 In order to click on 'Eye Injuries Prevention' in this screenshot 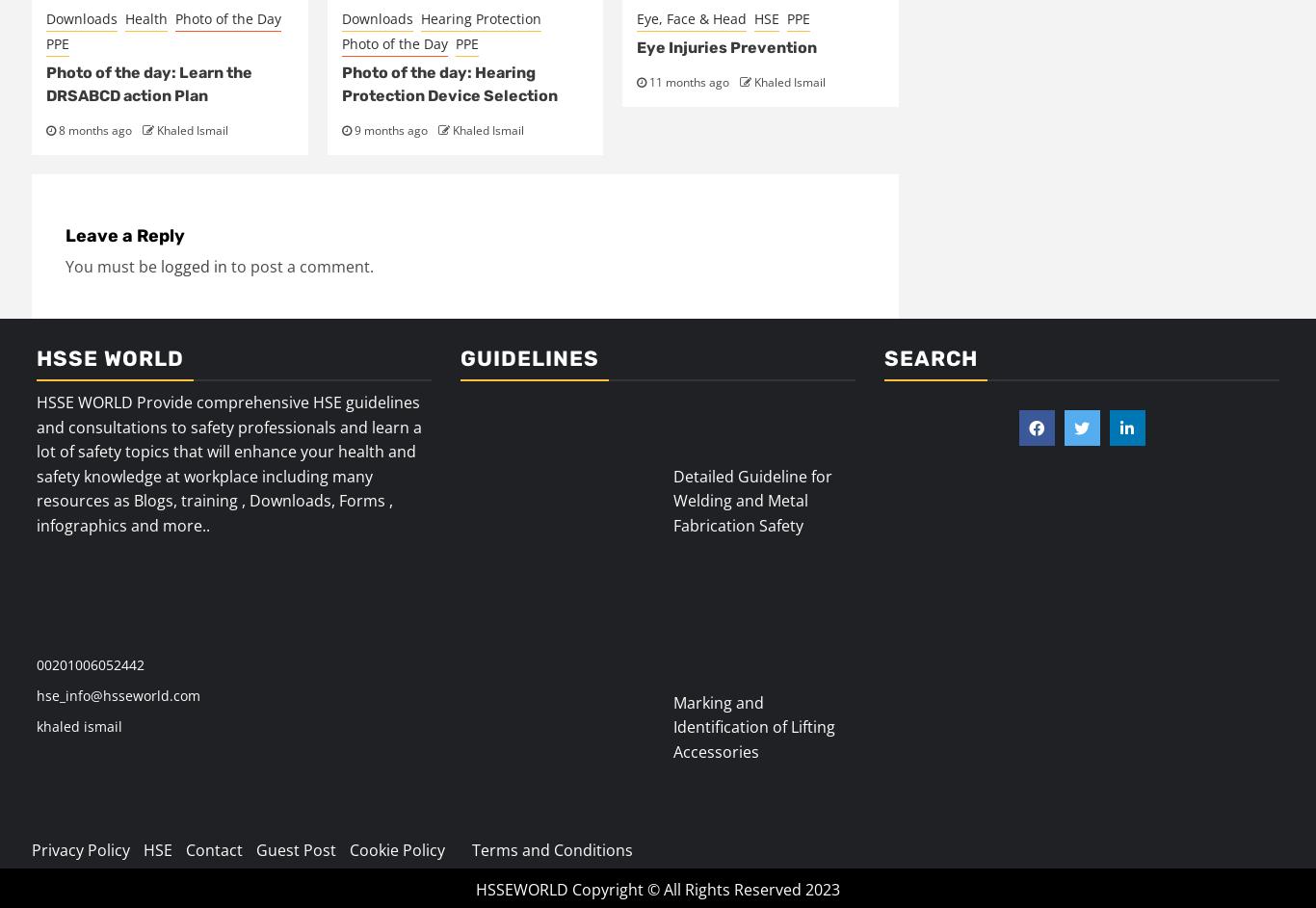, I will do `click(726, 46)`.